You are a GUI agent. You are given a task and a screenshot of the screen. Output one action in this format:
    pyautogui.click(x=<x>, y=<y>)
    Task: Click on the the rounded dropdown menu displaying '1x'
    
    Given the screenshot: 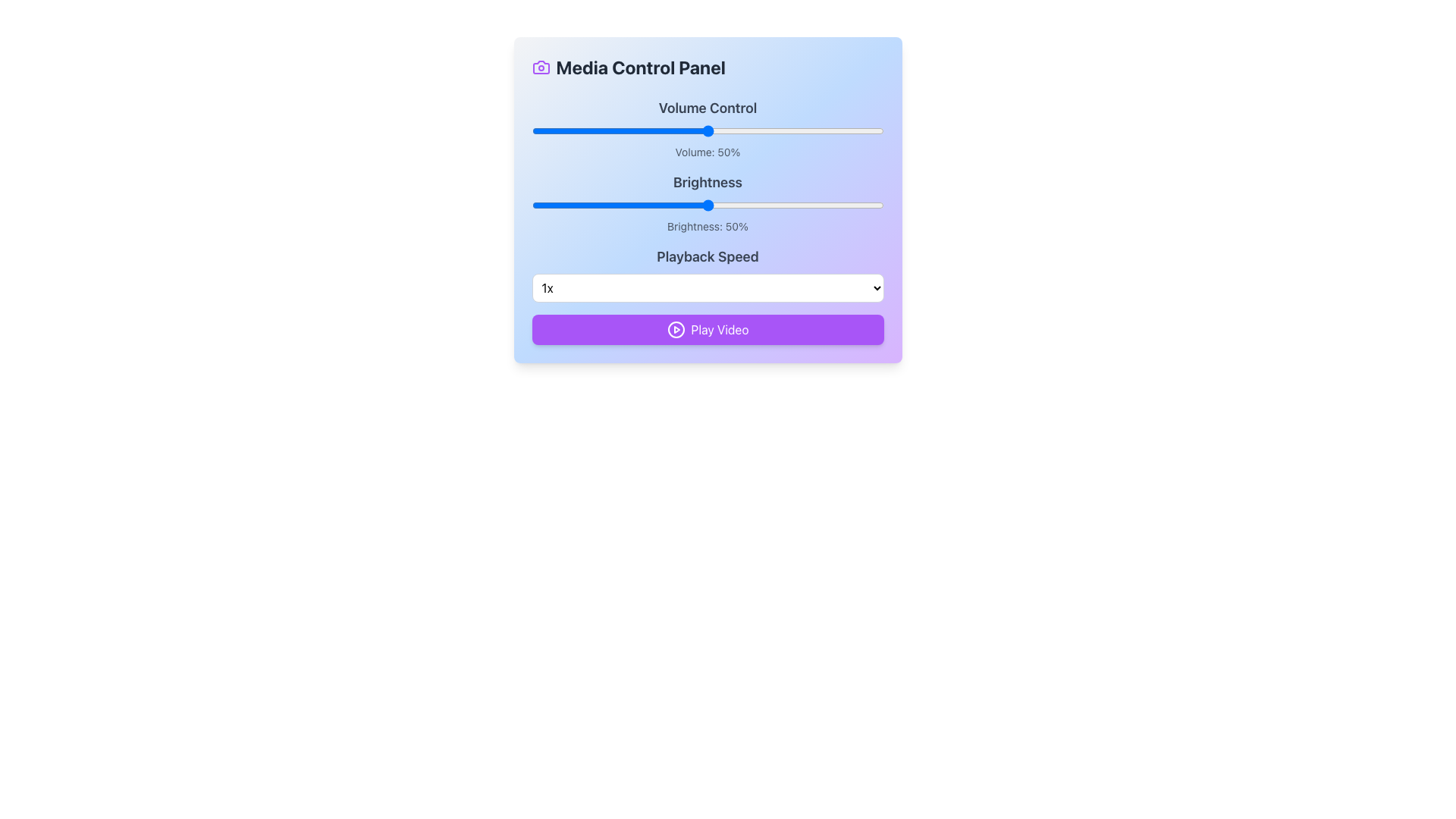 What is the action you would take?
    pyautogui.click(x=707, y=288)
    